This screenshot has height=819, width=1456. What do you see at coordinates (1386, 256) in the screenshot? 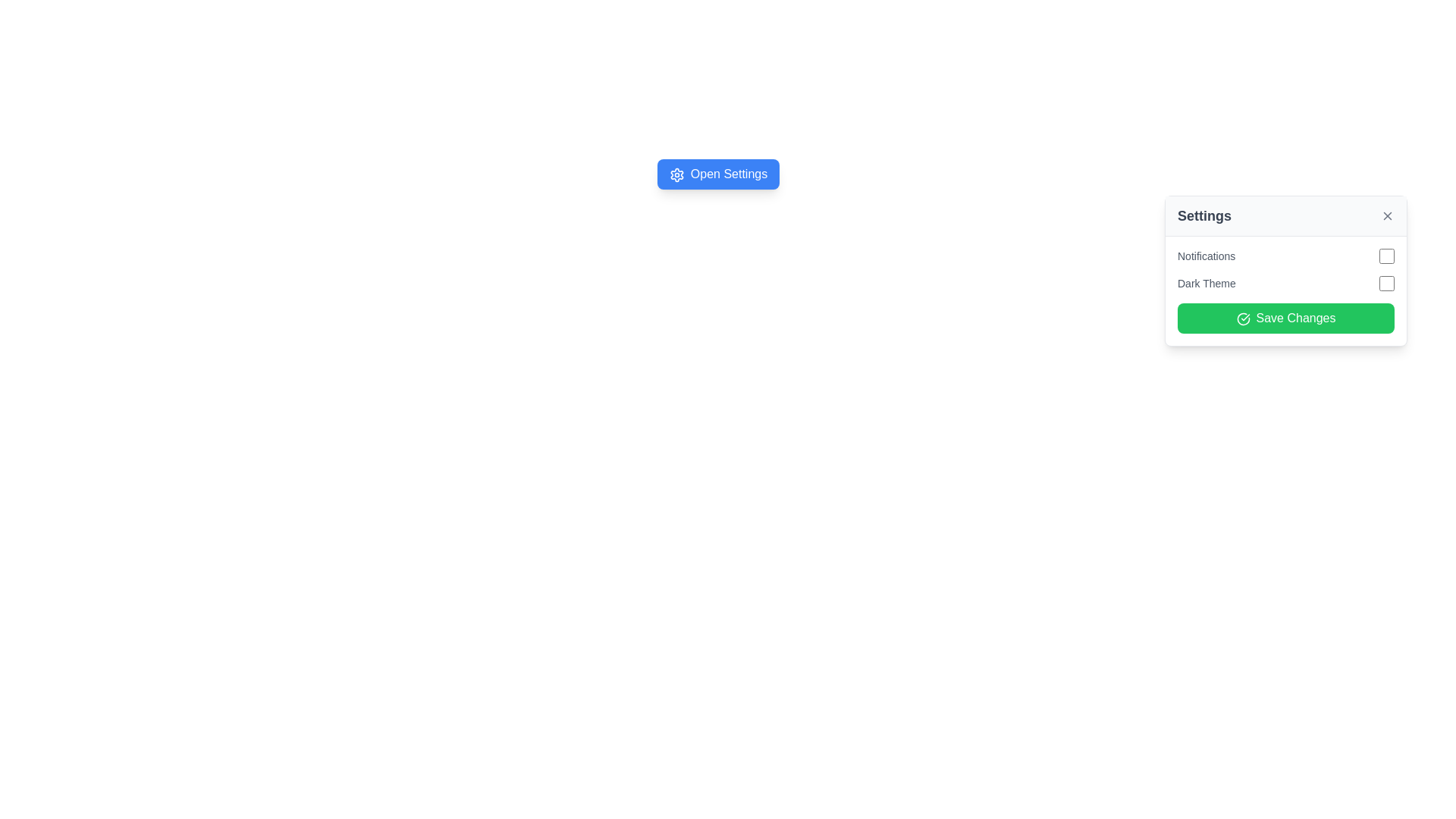
I see `the checkbox styled with a rounded design and blue accent color associated with the 'Notifications' label` at bounding box center [1386, 256].